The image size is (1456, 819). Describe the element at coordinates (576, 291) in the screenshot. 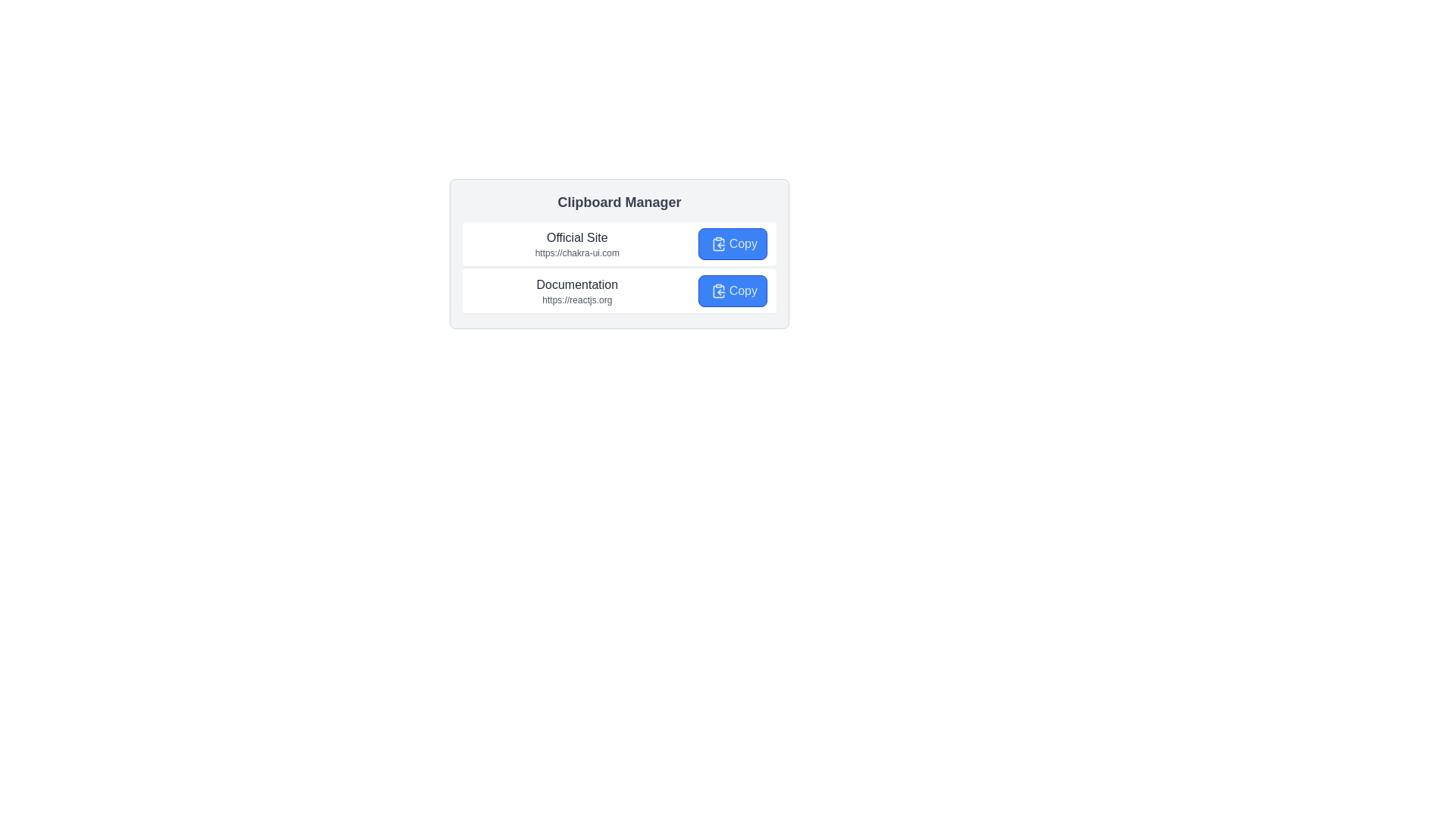

I see `the informational text block displaying the documentation link in the second row of the 'Clipboard Manager' interface` at that location.